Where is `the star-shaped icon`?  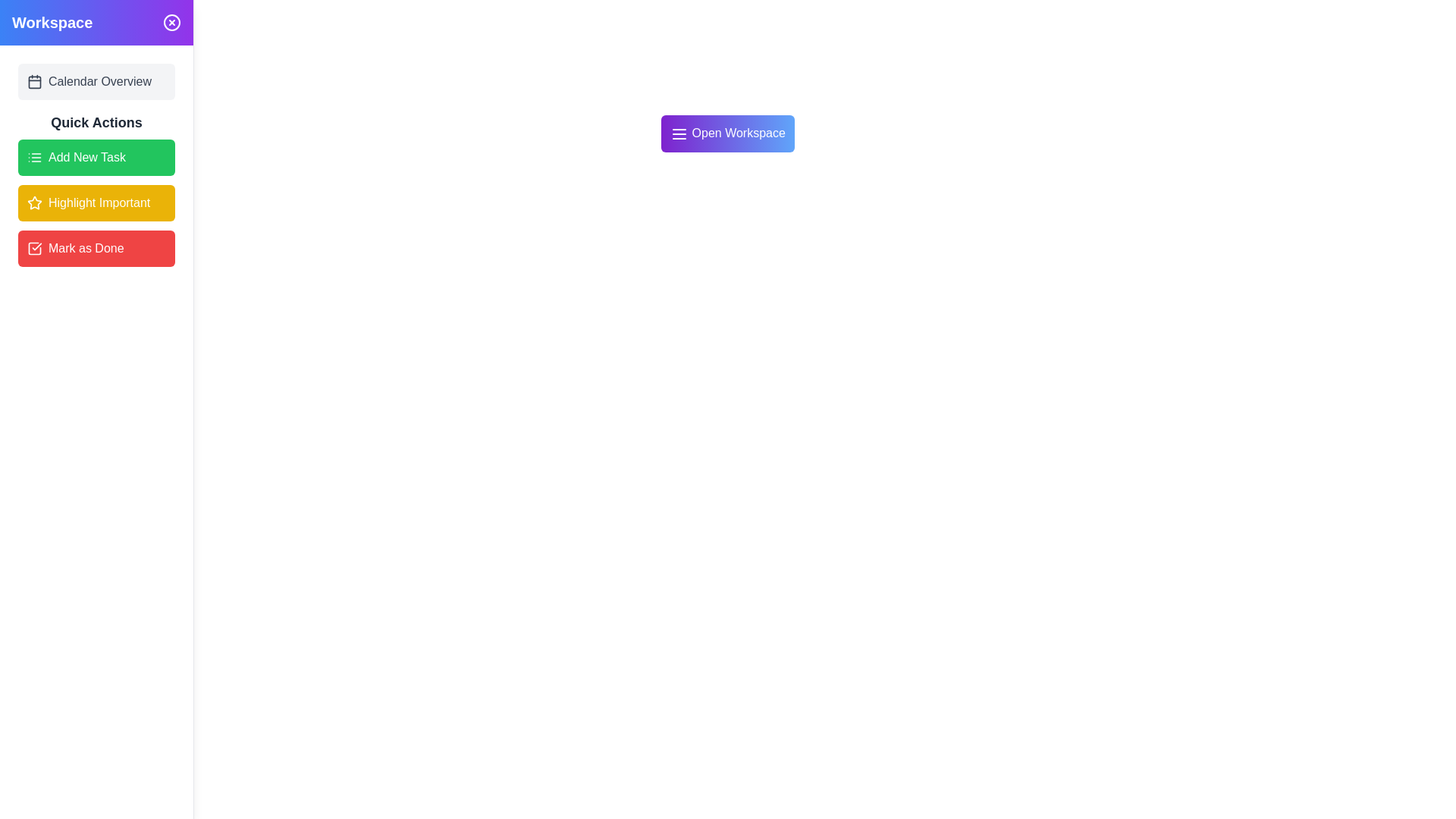
the star-shaped icon is located at coordinates (35, 202).